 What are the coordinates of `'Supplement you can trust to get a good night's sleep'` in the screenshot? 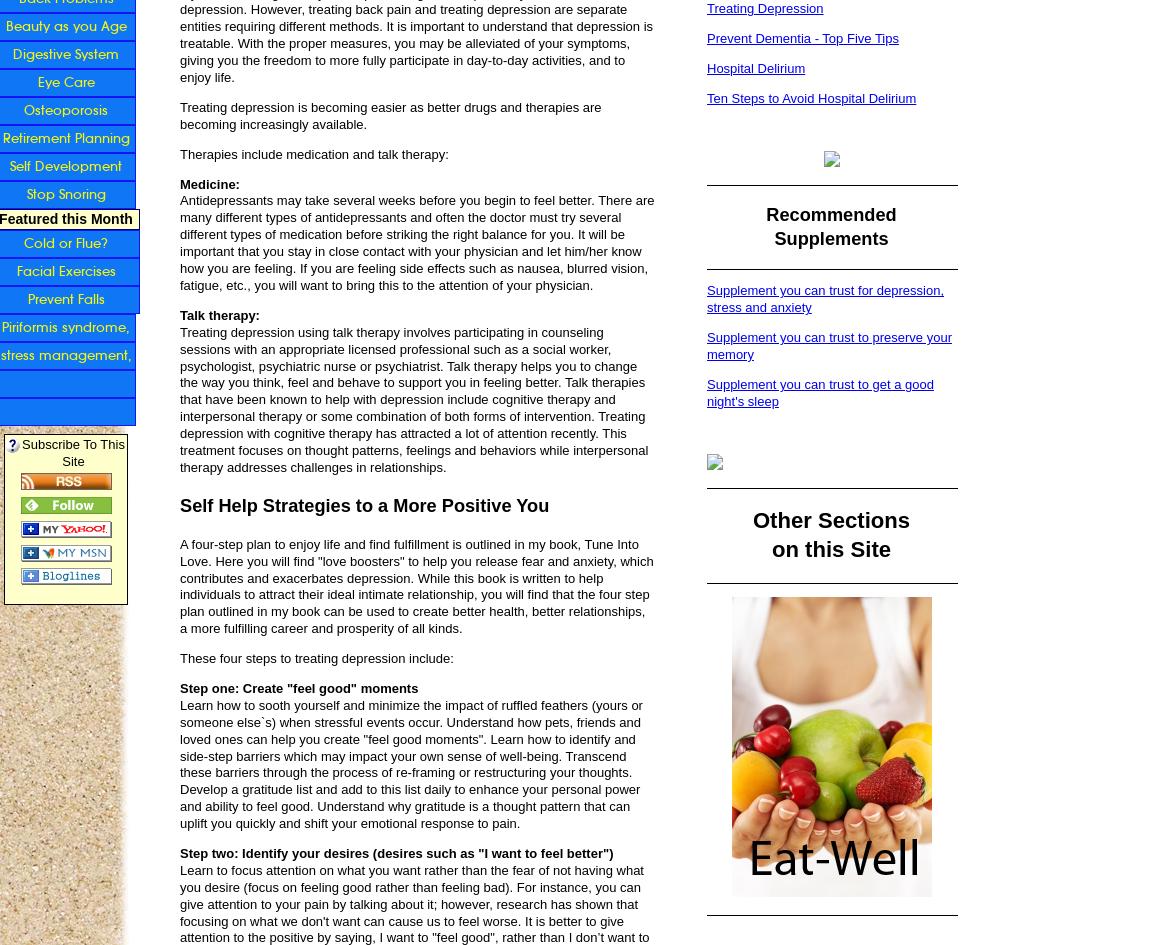 It's located at (818, 390).